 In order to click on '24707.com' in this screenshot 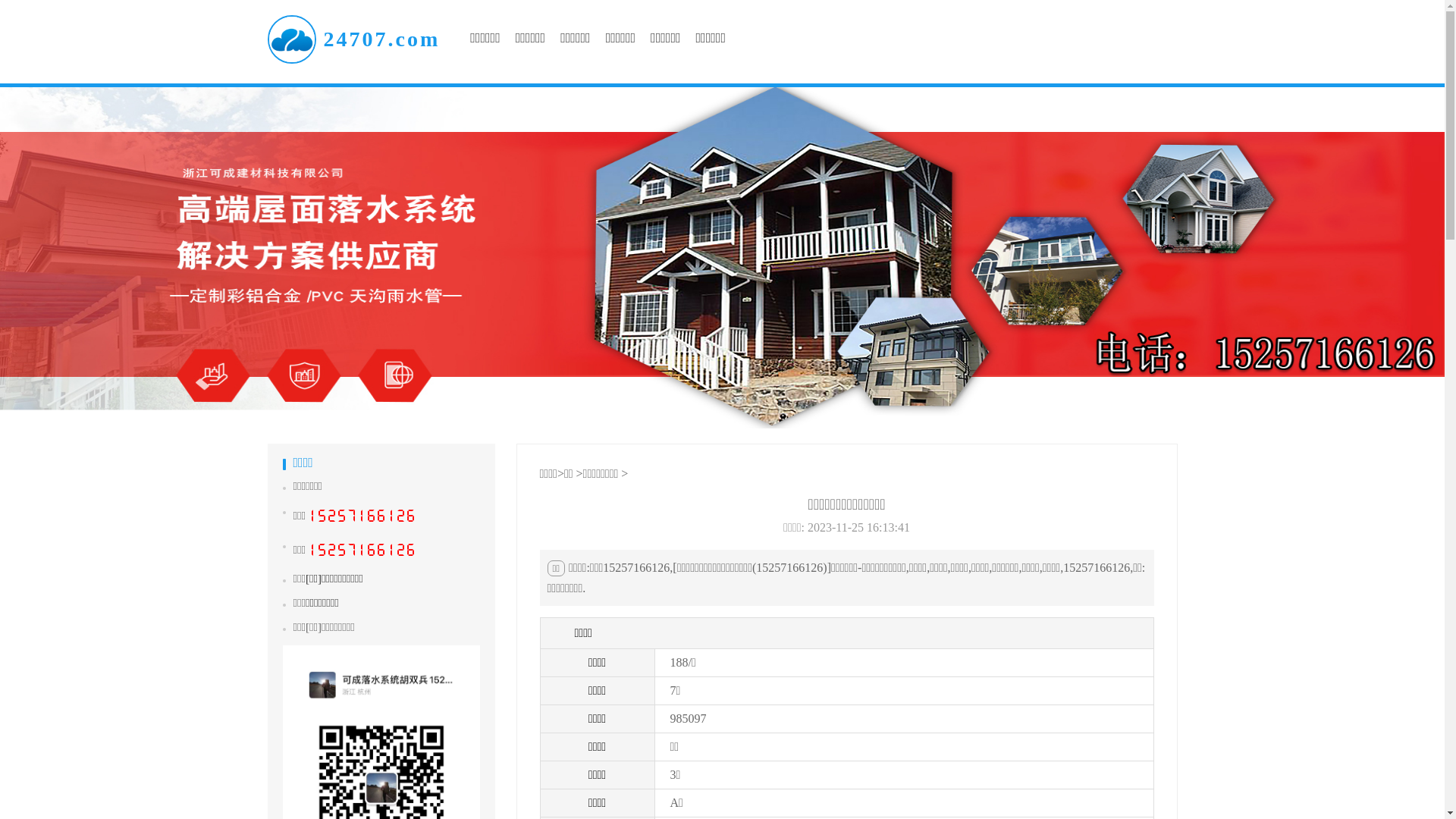, I will do `click(352, 38)`.